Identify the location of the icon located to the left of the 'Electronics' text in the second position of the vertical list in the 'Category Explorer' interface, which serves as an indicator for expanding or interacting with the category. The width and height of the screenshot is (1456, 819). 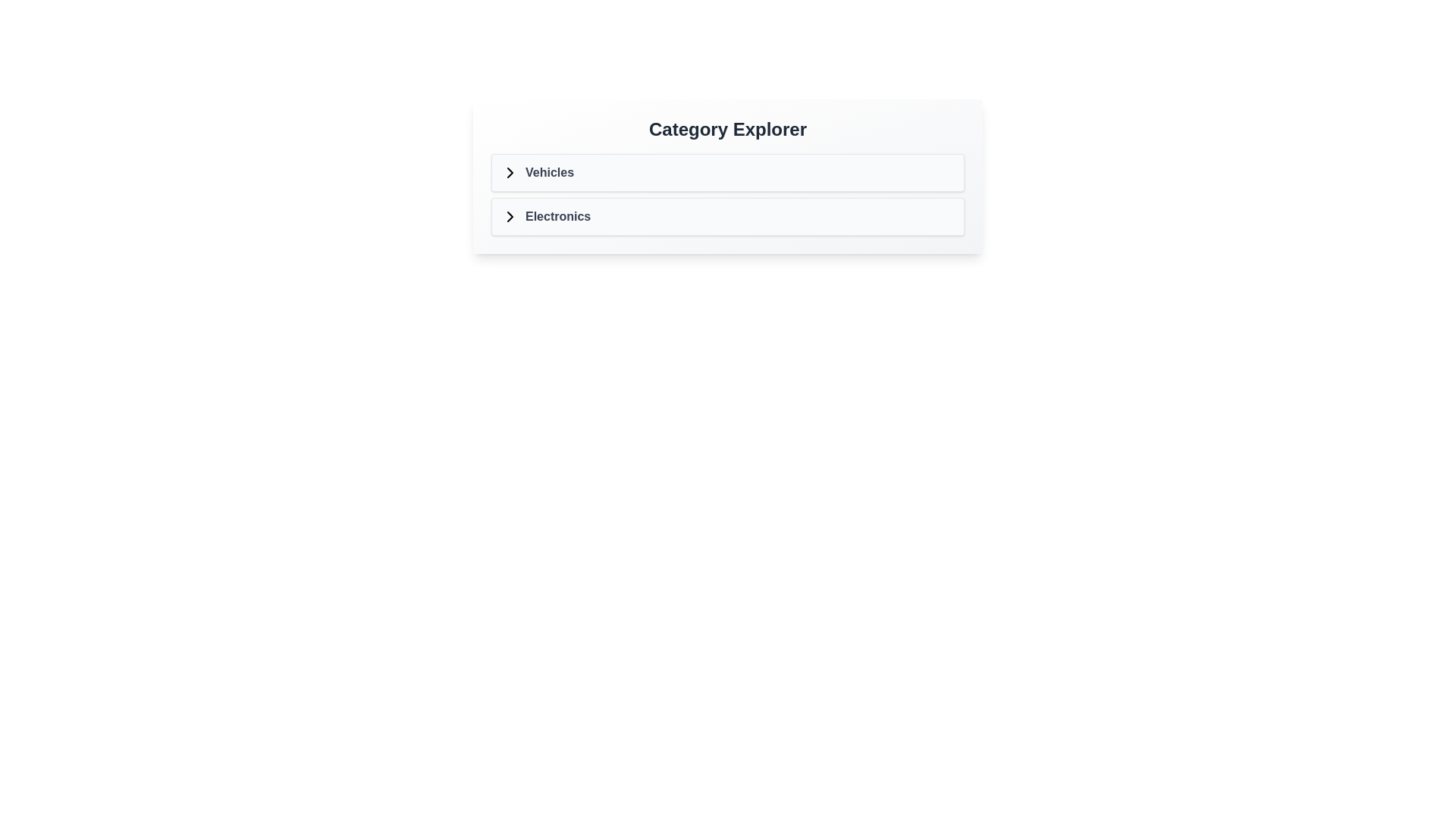
(510, 216).